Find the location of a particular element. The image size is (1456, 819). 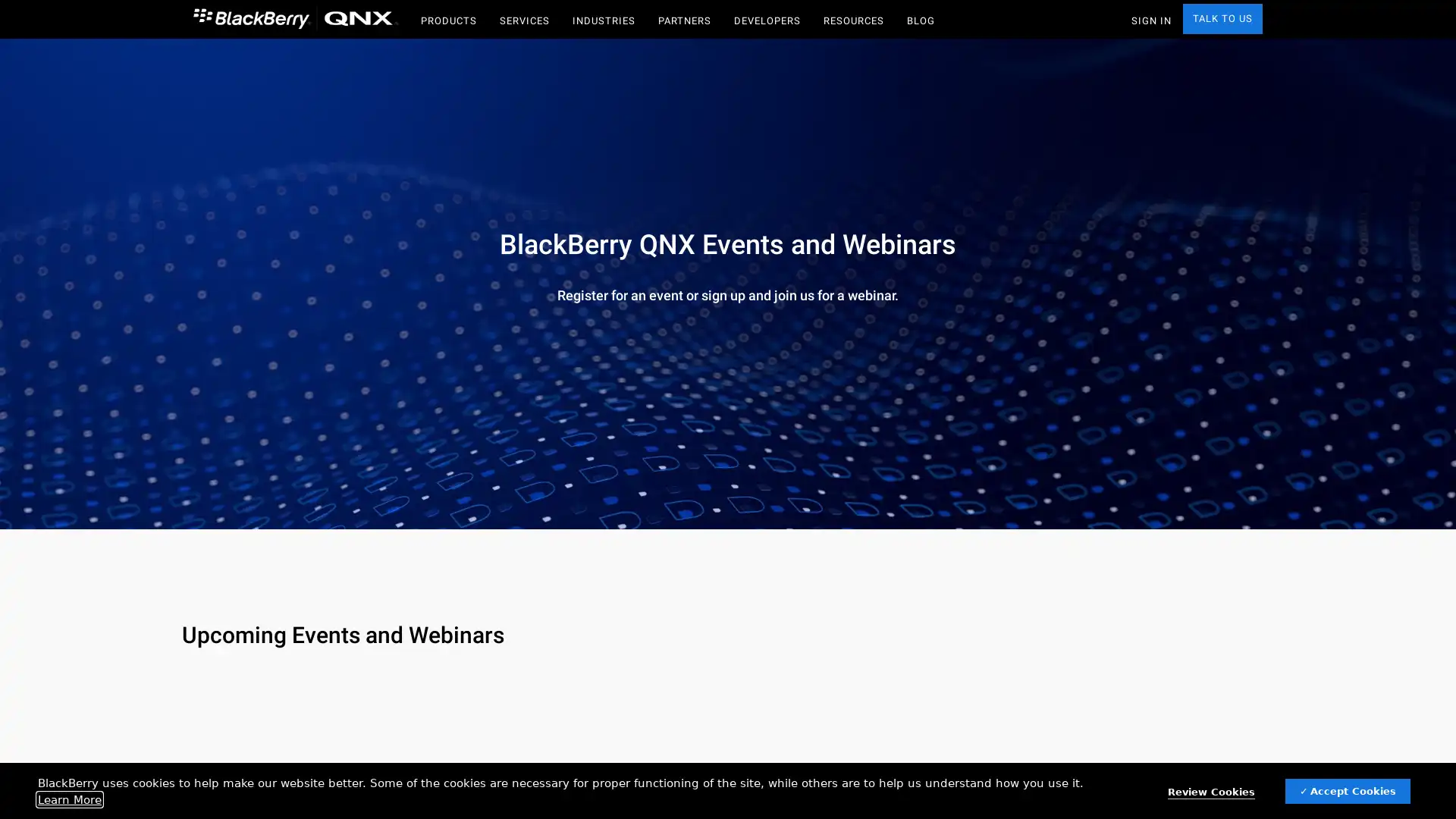

Accept Cookies is located at coordinates (1348, 790).